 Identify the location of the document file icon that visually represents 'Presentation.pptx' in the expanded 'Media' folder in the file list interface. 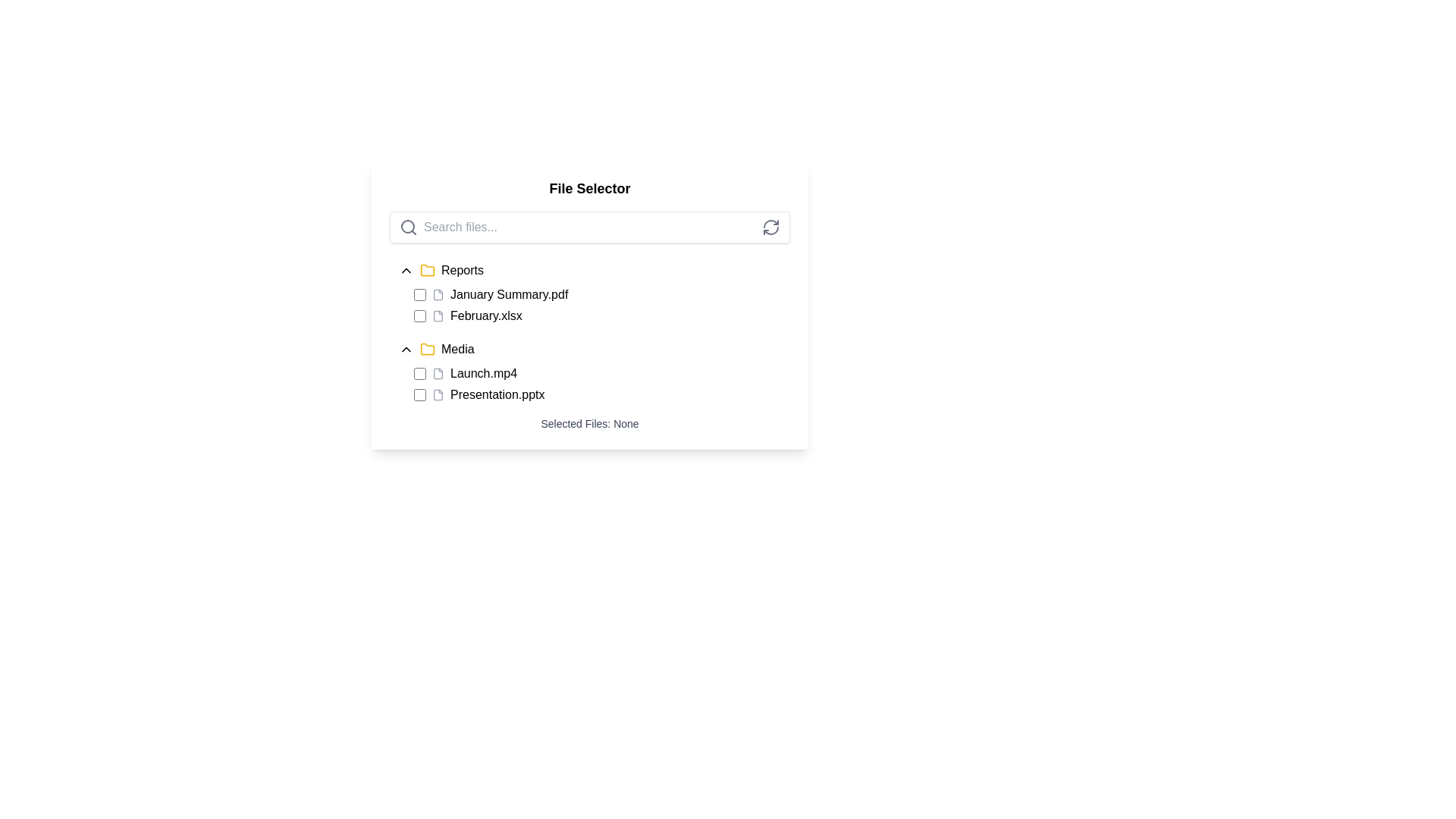
(437, 394).